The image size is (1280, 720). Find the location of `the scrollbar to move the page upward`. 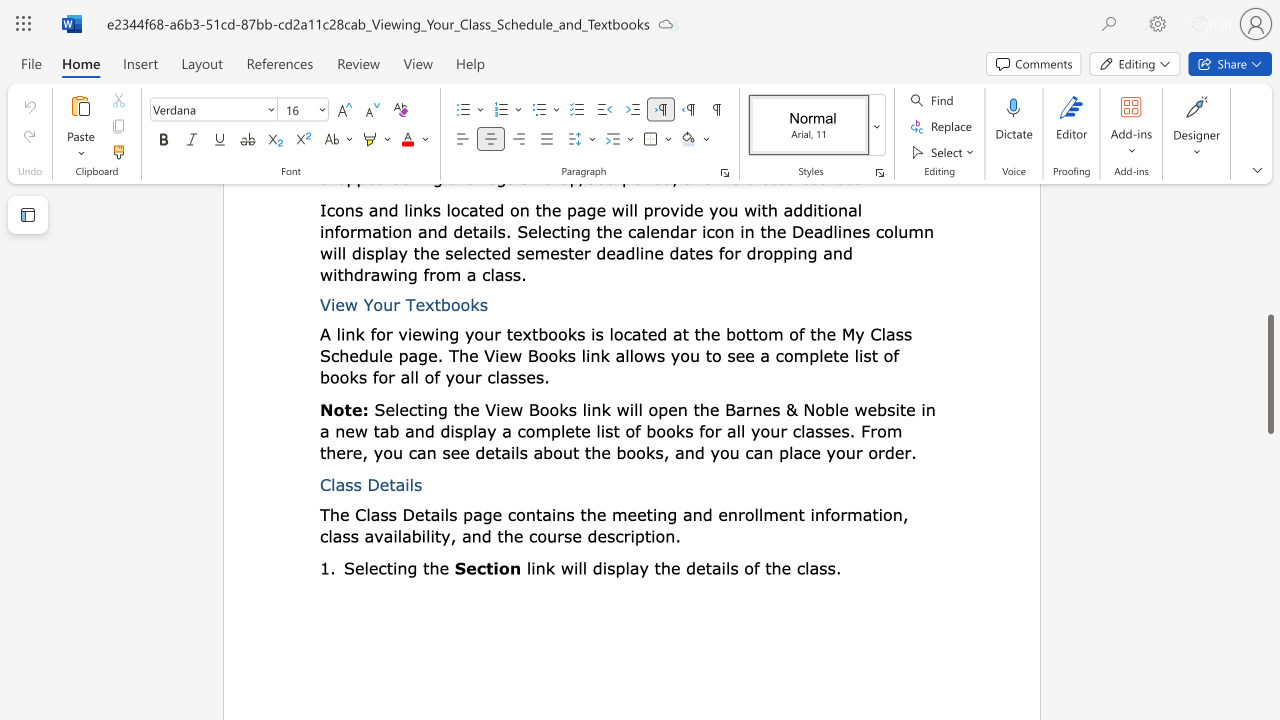

the scrollbar to move the page upward is located at coordinates (1269, 220).